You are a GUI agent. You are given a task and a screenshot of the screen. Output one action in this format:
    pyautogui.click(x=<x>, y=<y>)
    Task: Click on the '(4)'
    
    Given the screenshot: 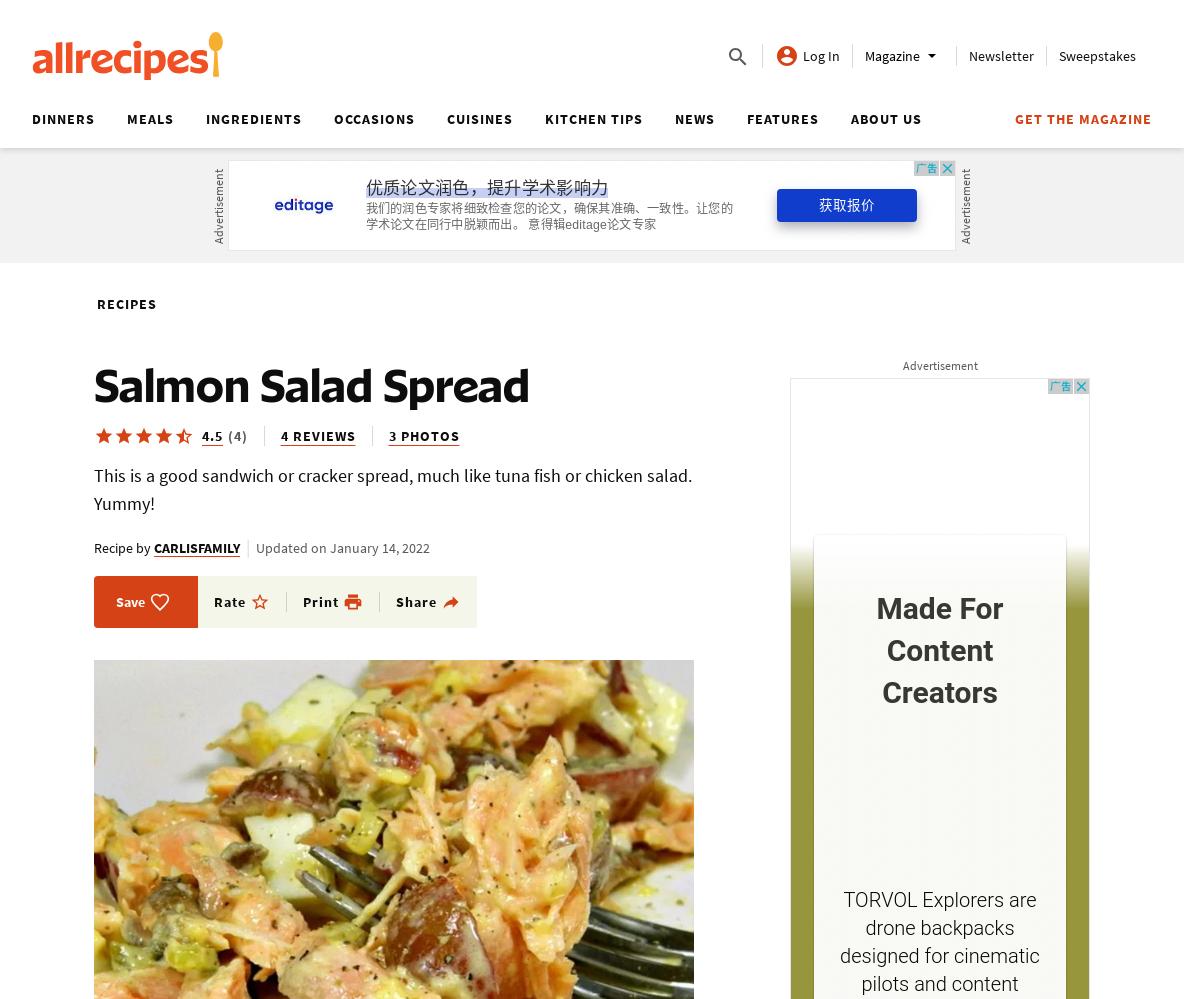 What is the action you would take?
    pyautogui.click(x=237, y=434)
    